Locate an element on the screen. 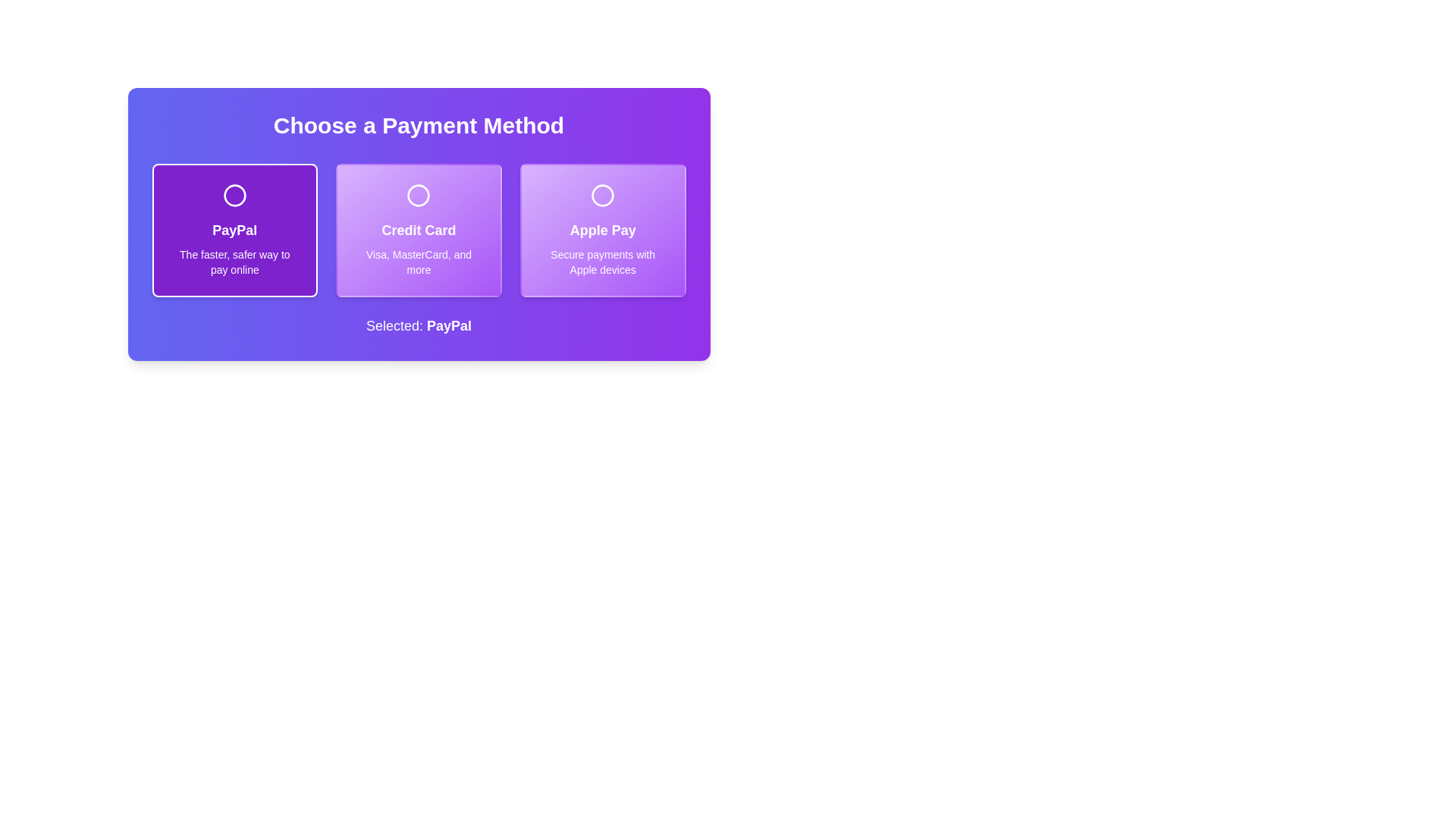 The image size is (1456, 819). the interactive selection indicator icon for the Apple Pay option, which is centrally located above the texts 'Apple Pay' and 'Secure payments with Apple devices' is located at coordinates (602, 195).